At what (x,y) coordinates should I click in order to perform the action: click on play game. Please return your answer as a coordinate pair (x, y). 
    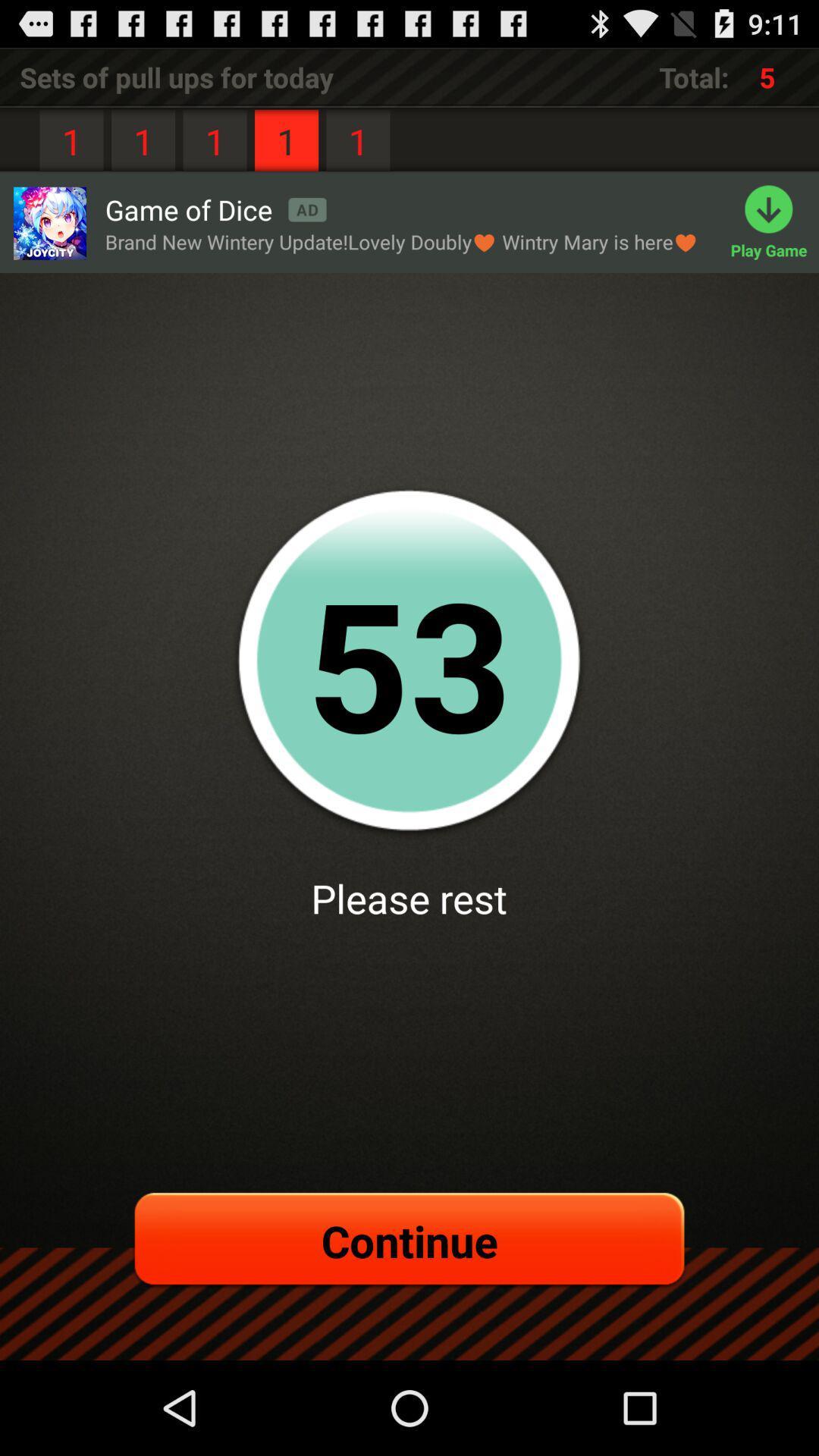
    Looking at the image, I should click on (774, 222).